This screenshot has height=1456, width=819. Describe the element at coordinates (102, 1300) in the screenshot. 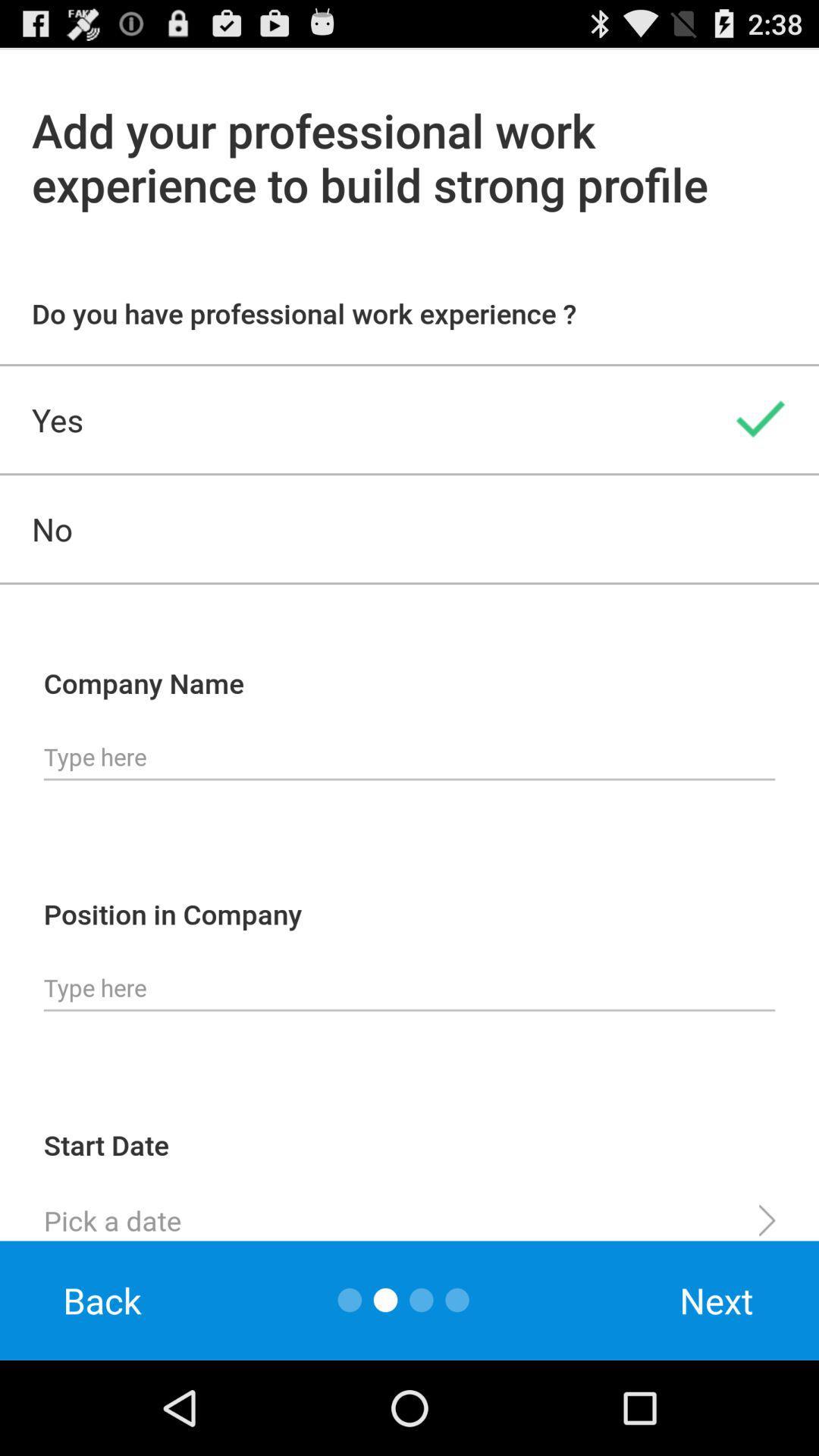

I see `back icon` at that location.